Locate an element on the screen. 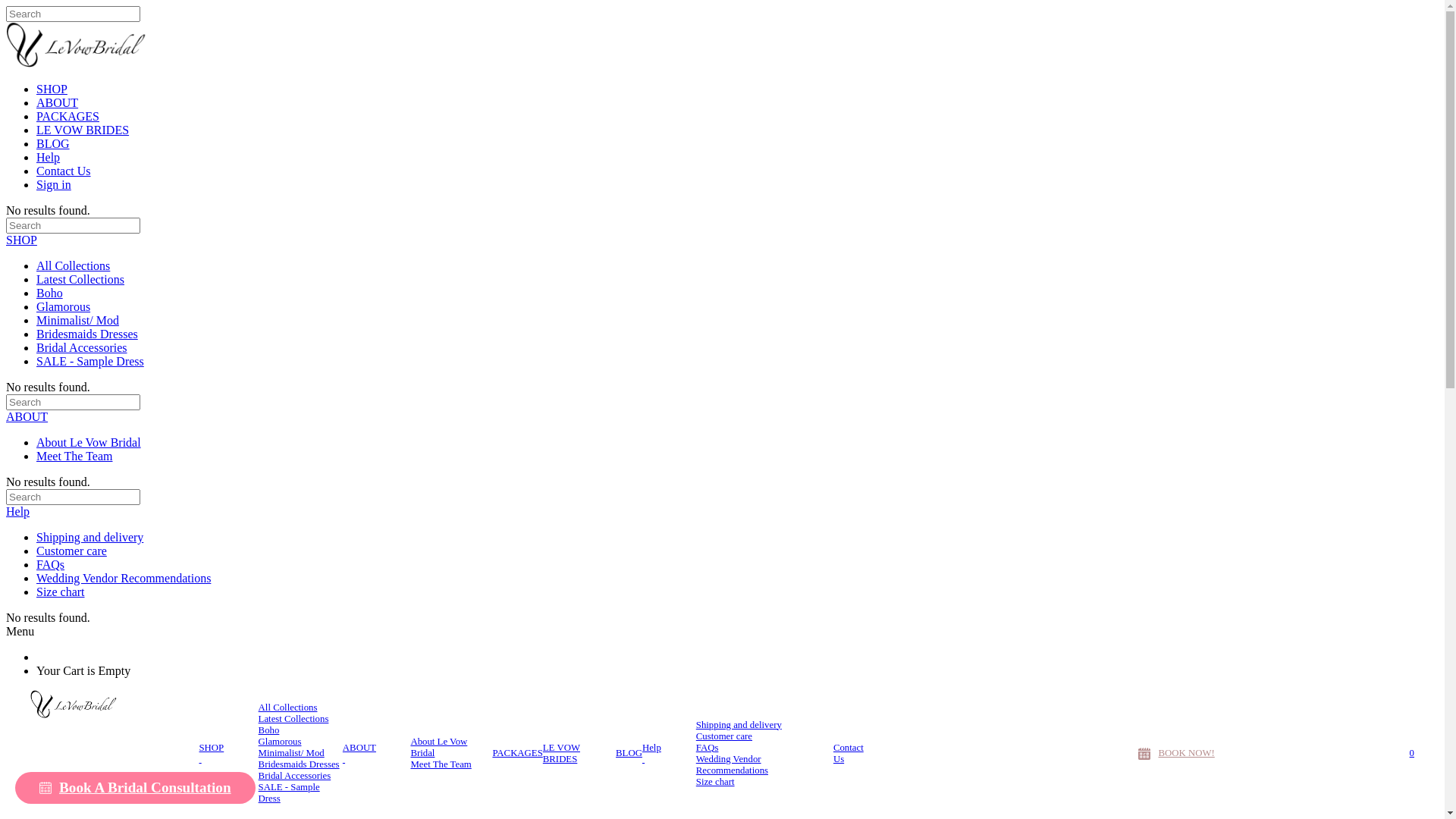 This screenshot has width=1456, height=819. 'BLOG' is located at coordinates (629, 753).